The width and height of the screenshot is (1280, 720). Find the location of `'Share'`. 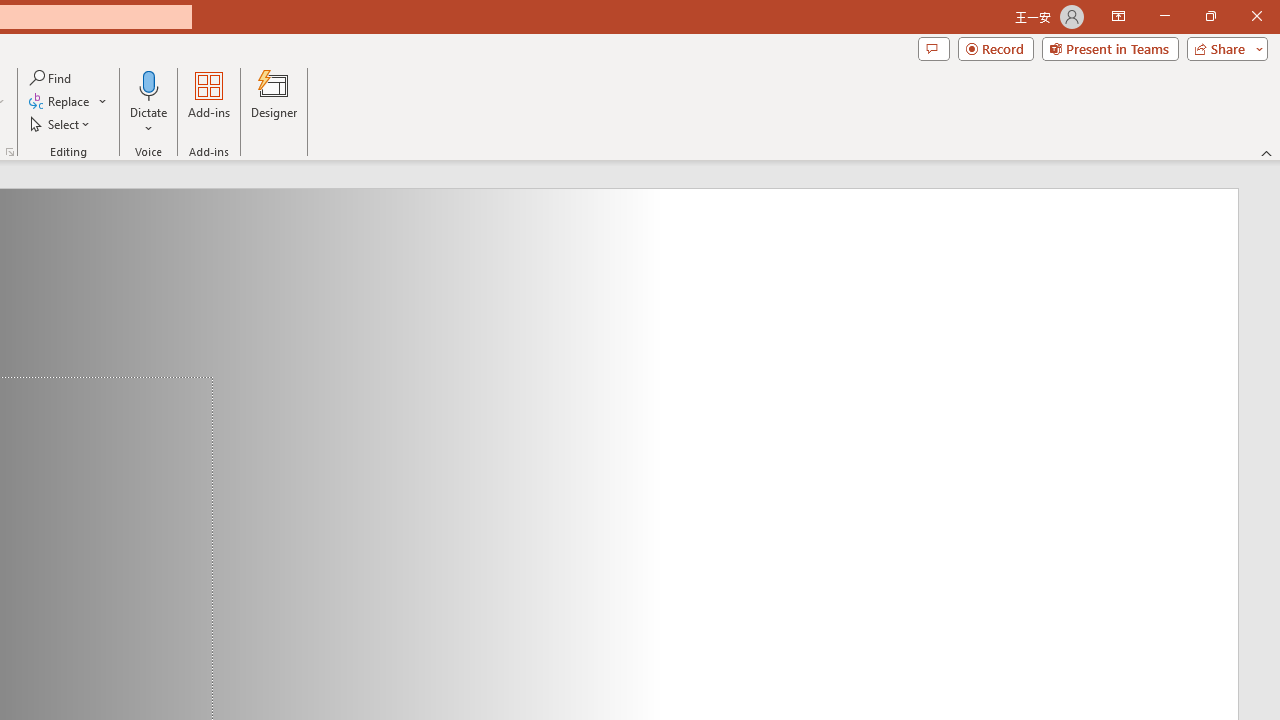

'Share' is located at coordinates (1222, 47).